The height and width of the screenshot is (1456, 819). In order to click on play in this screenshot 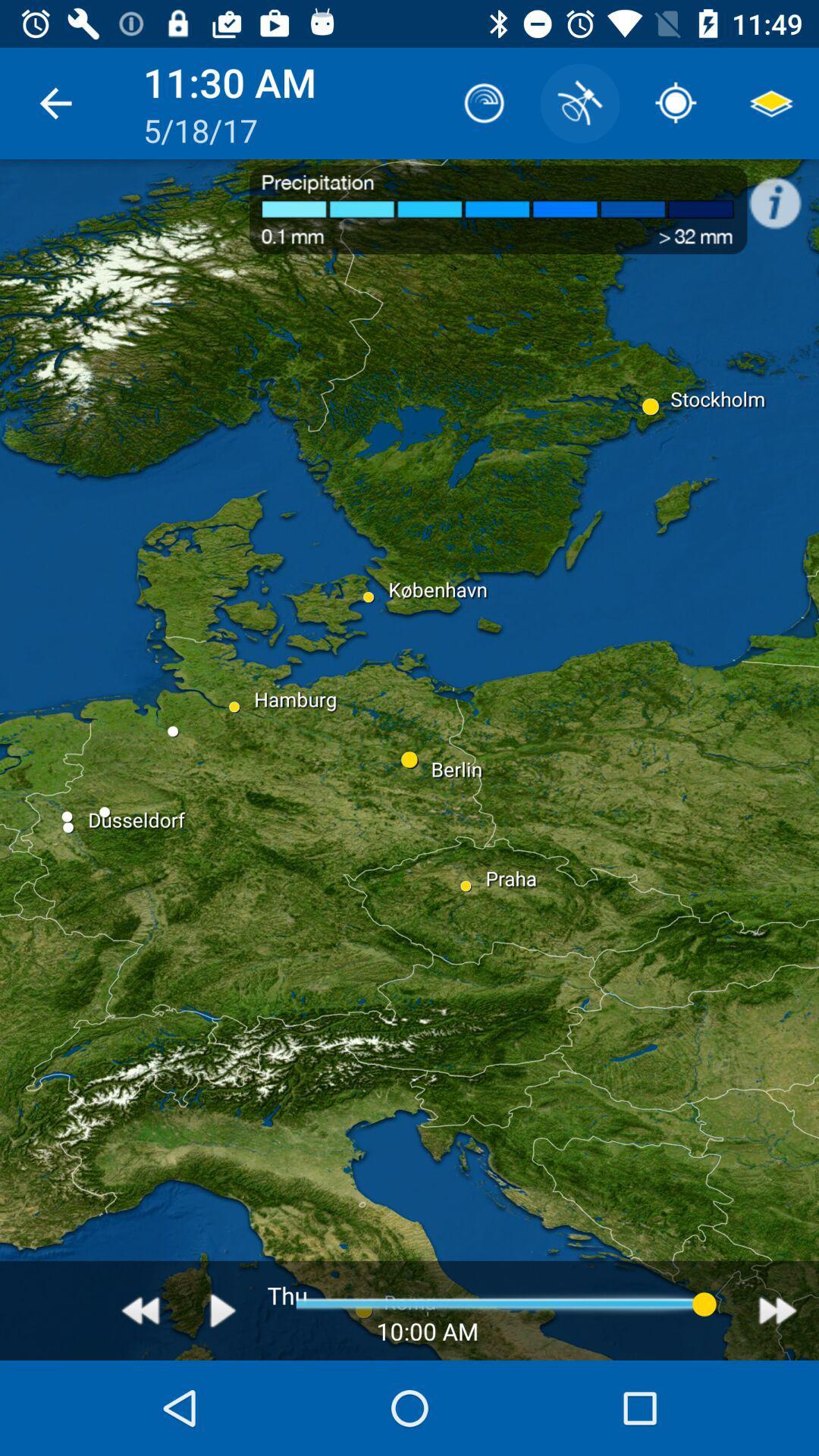, I will do `click(223, 1310)`.